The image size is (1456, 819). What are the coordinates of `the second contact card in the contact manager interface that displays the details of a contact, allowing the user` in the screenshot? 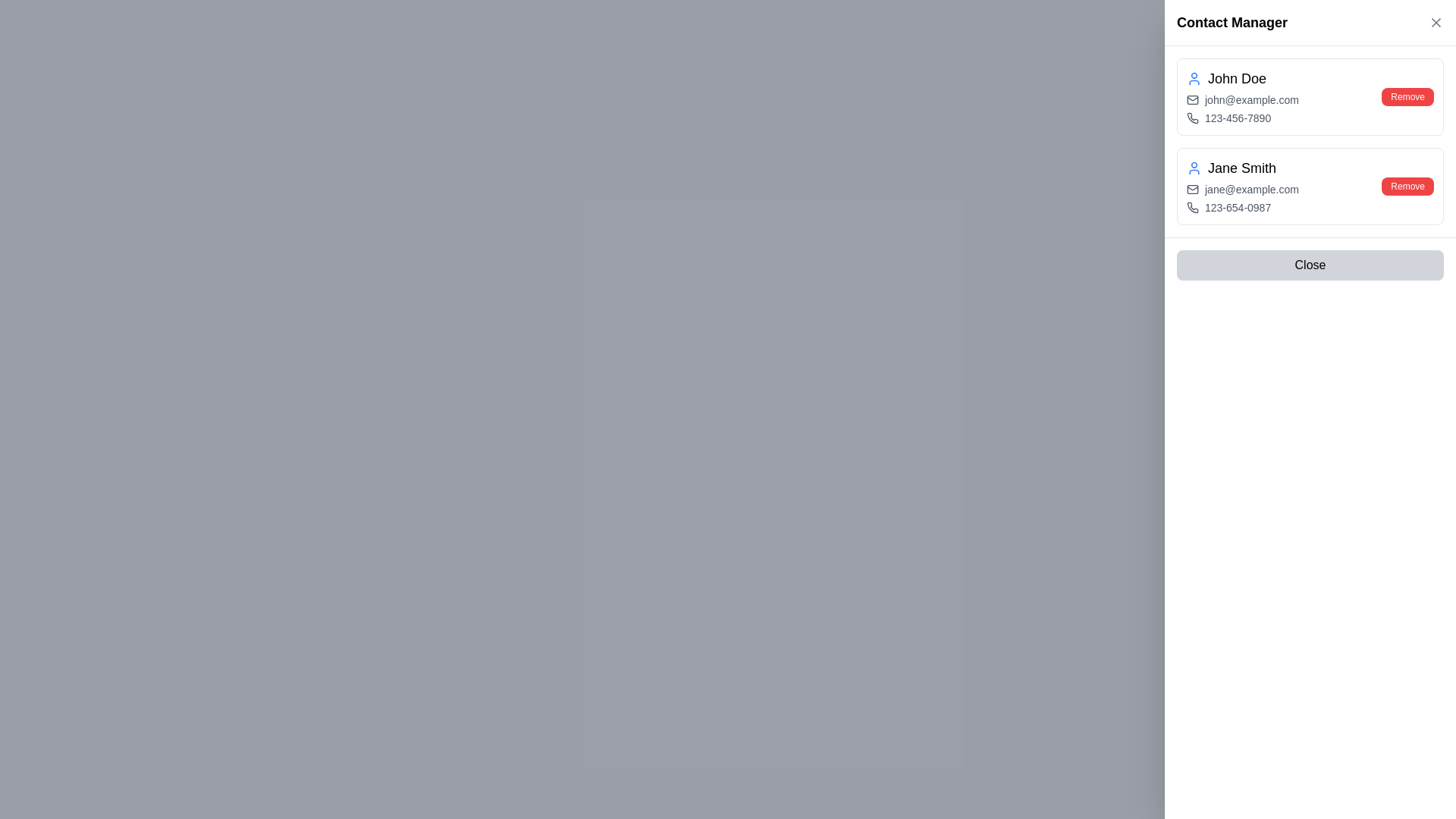 It's located at (1310, 186).